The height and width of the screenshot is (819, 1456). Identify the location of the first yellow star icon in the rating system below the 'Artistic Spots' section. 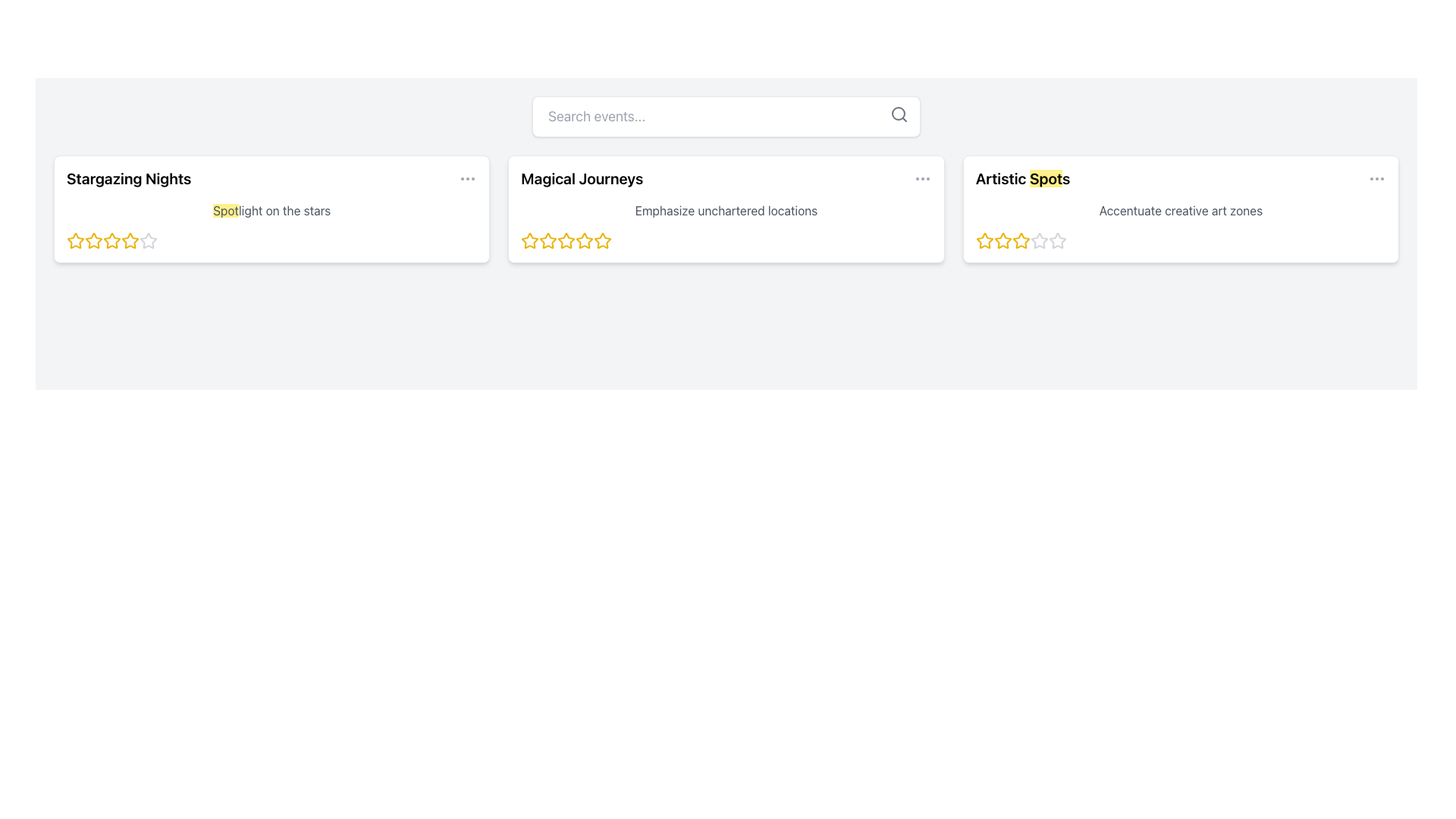
(984, 239).